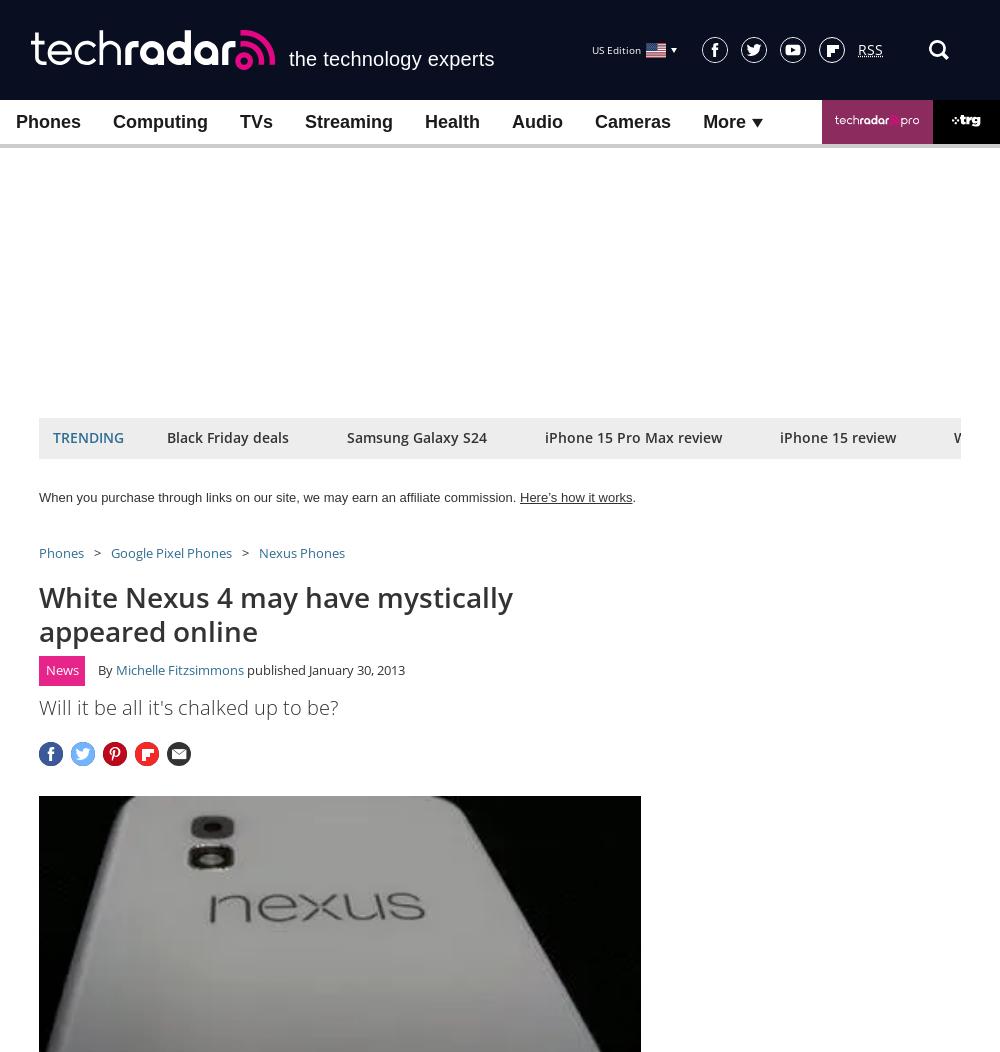 This screenshot has width=1000, height=1052. What do you see at coordinates (115, 669) in the screenshot?
I see `'Michelle Fitzsimmons'` at bounding box center [115, 669].